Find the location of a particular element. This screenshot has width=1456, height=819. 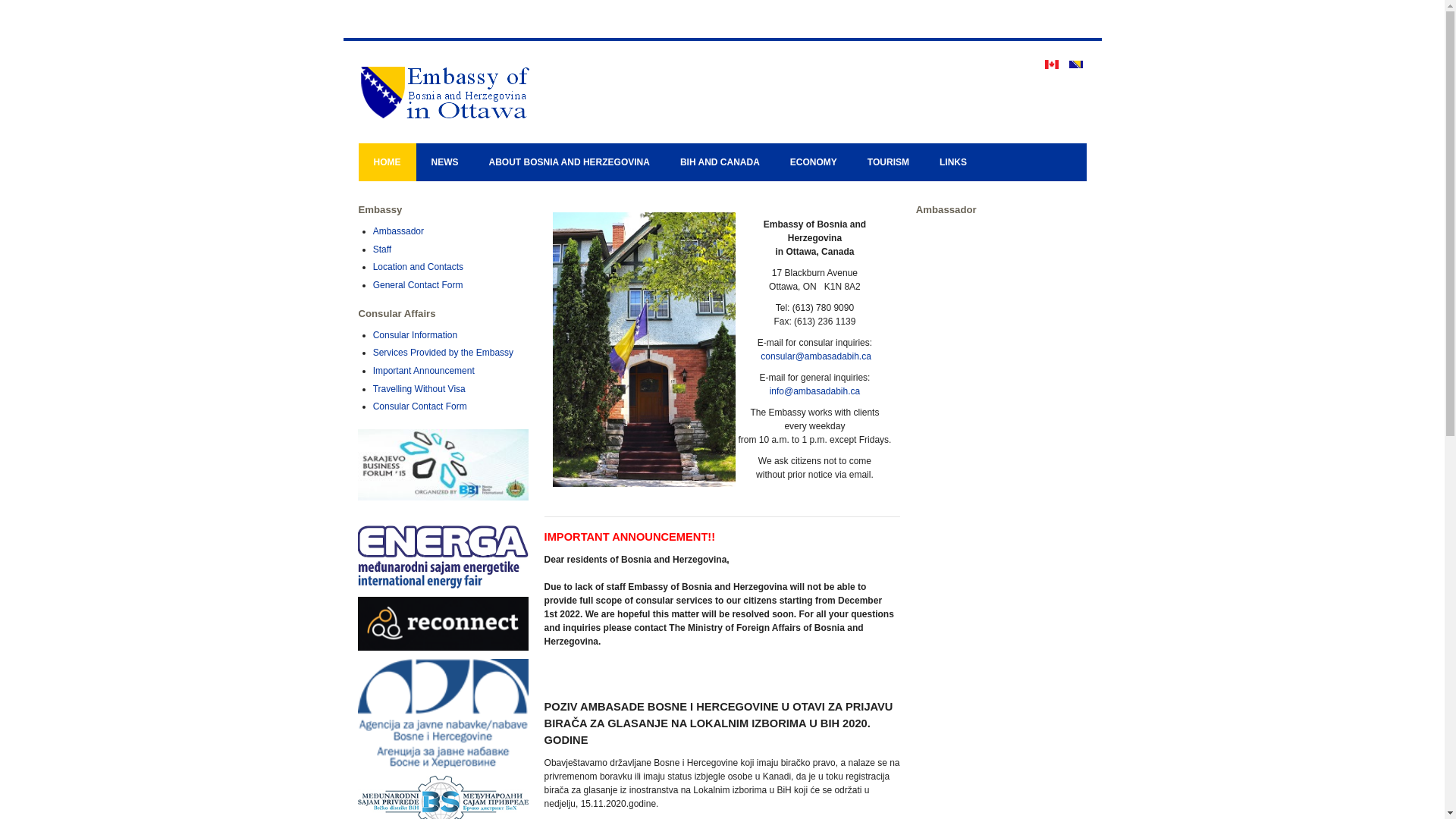

'Consular Contact Form' is located at coordinates (419, 406).